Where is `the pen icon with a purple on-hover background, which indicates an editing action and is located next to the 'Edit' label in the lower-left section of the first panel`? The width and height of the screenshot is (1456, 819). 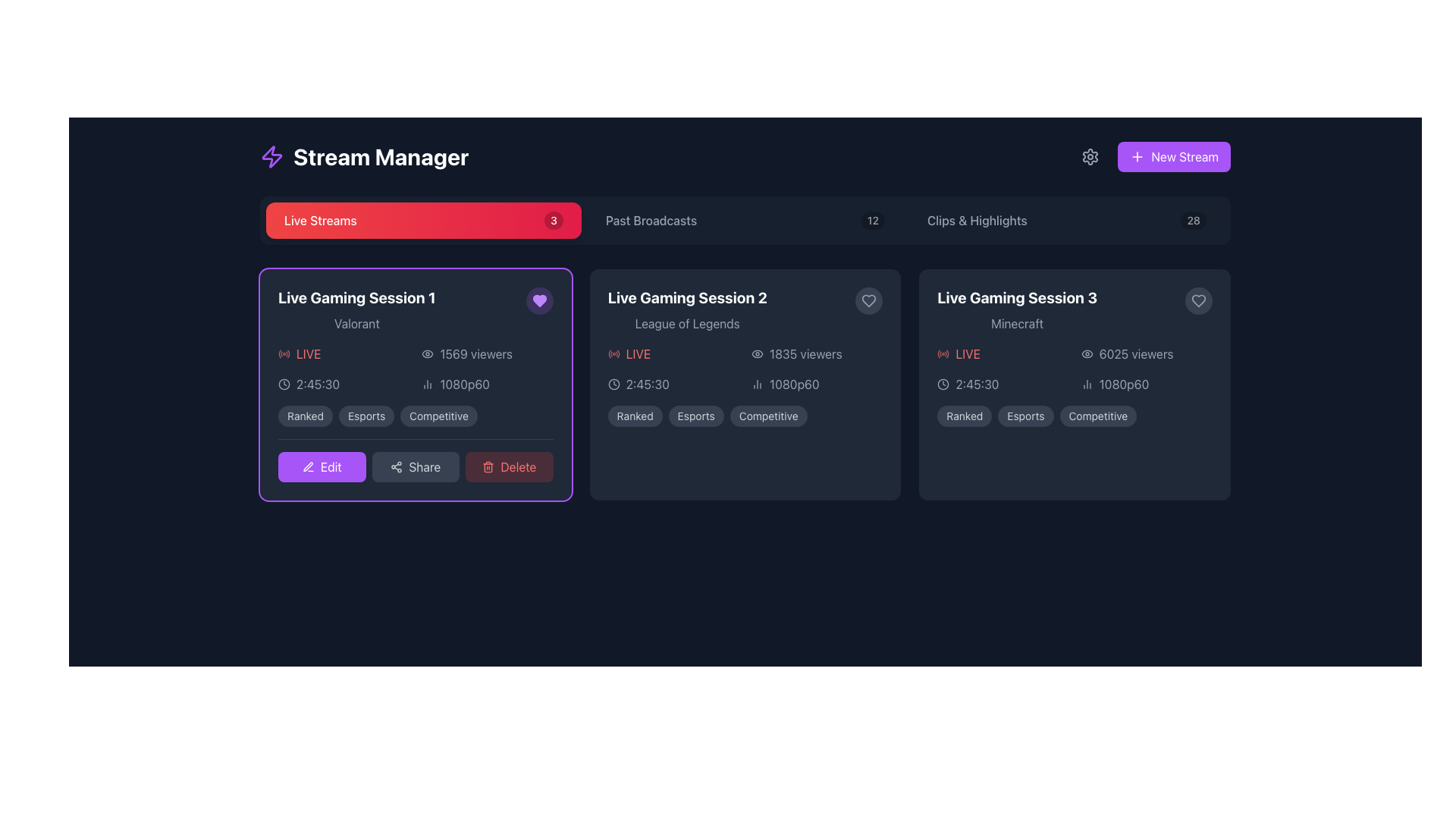
the pen icon with a purple on-hover background, which indicates an editing action and is located next to the 'Edit' label in the lower-left section of the first panel is located at coordinates (307, 466).